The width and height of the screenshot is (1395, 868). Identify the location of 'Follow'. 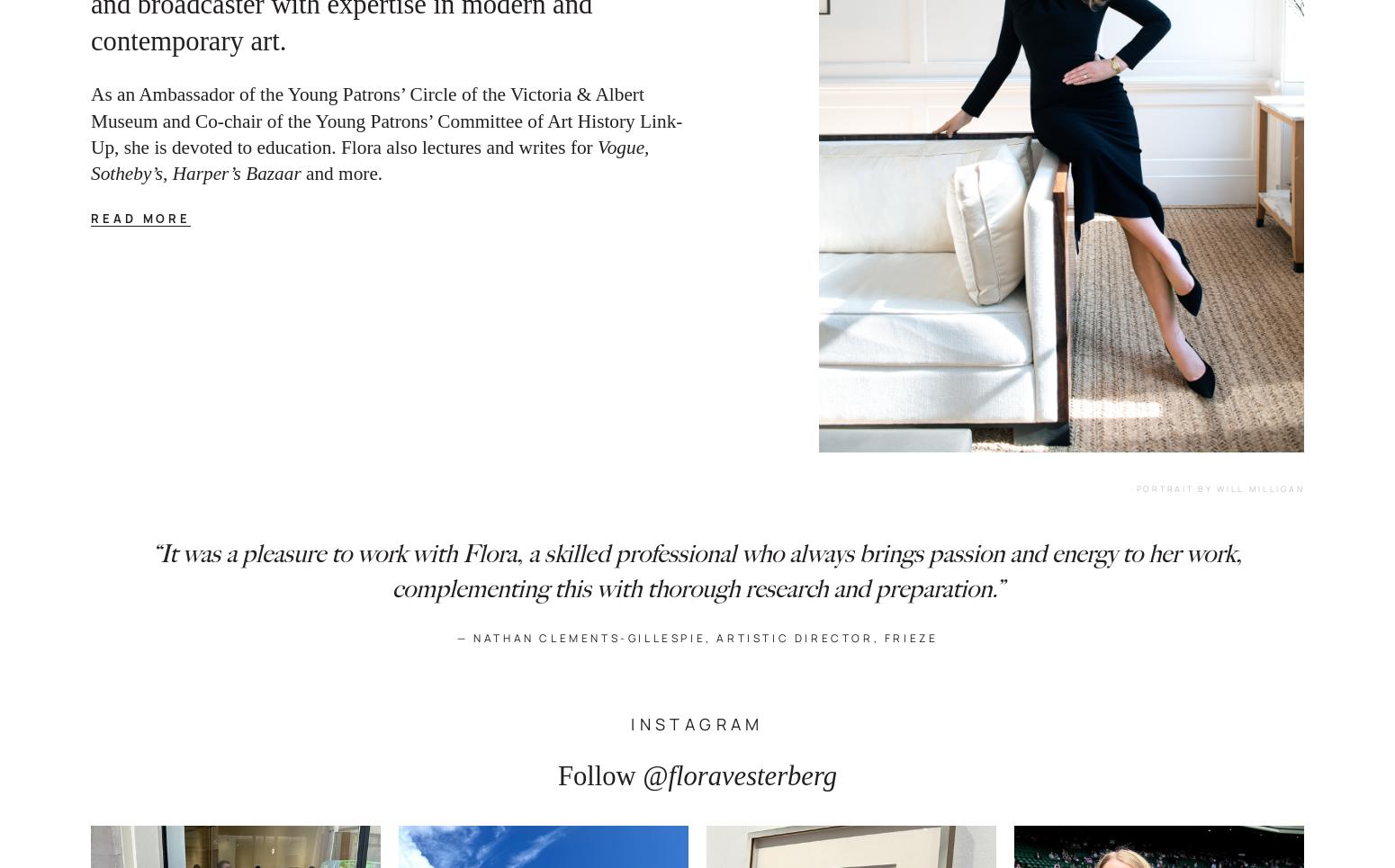
(595, 775).